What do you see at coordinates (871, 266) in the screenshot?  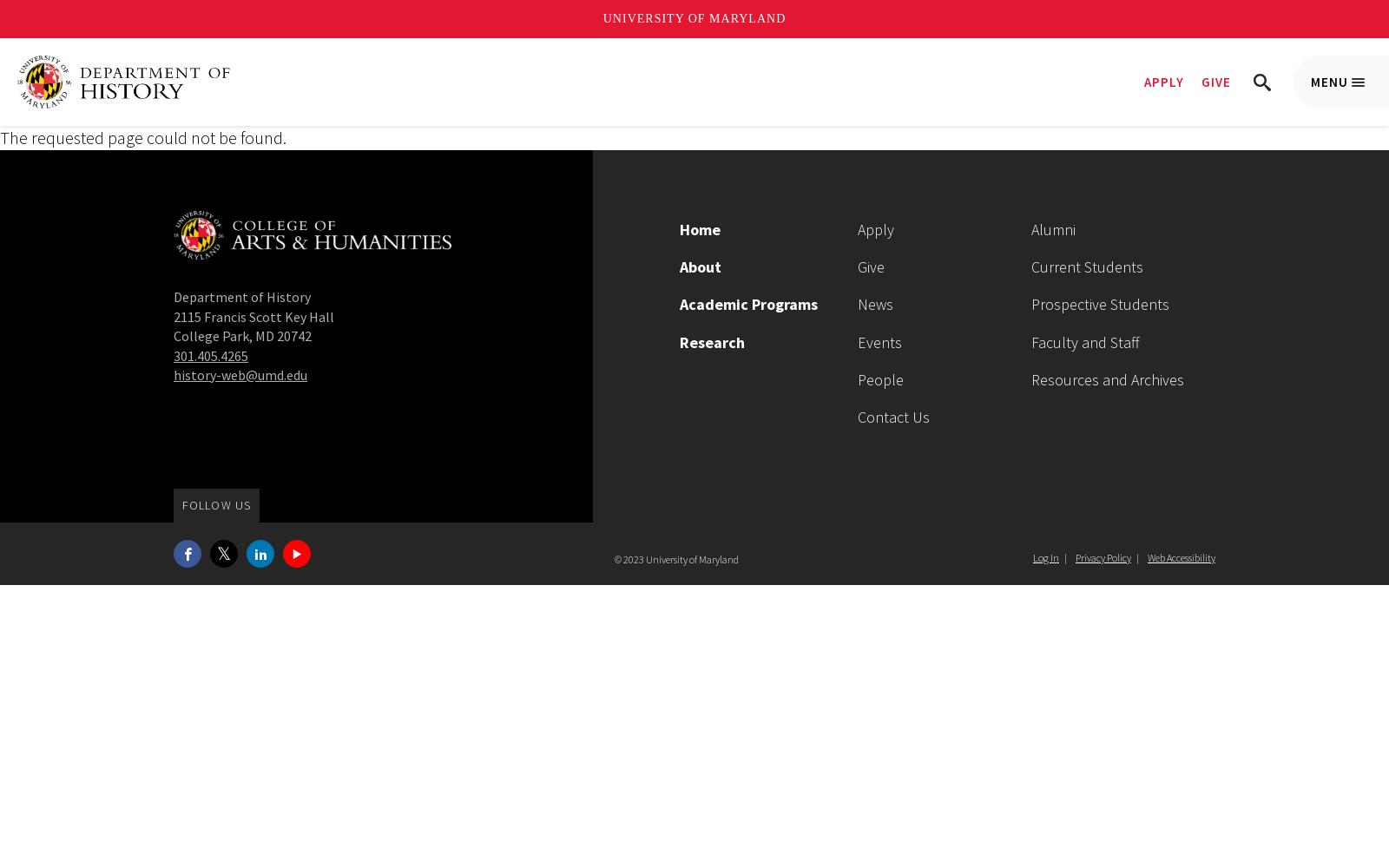 I see `'Give'` at bounding box center [871, 266].